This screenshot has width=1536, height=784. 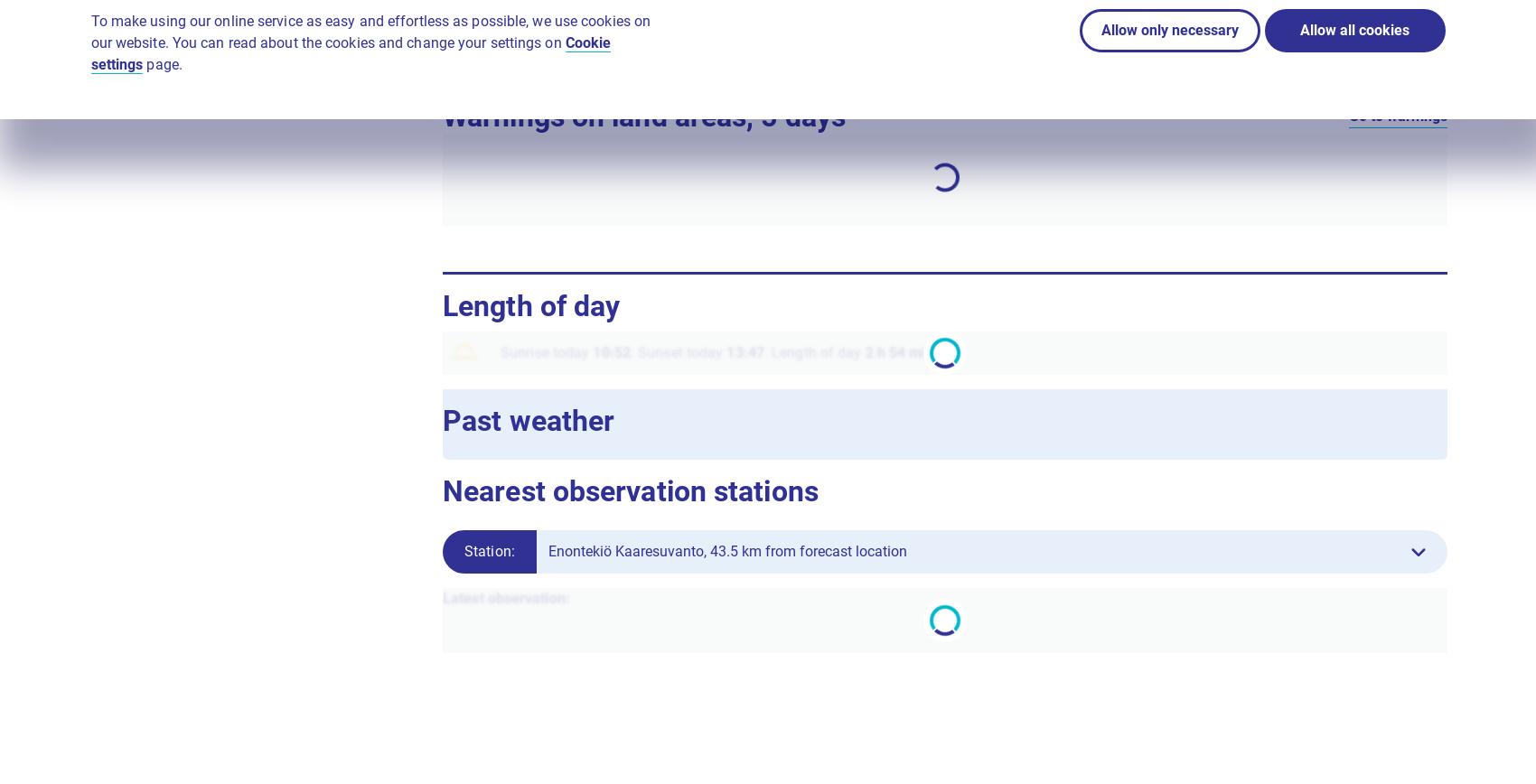 I want to click on 'Tue', so click(x=1119, y=183).